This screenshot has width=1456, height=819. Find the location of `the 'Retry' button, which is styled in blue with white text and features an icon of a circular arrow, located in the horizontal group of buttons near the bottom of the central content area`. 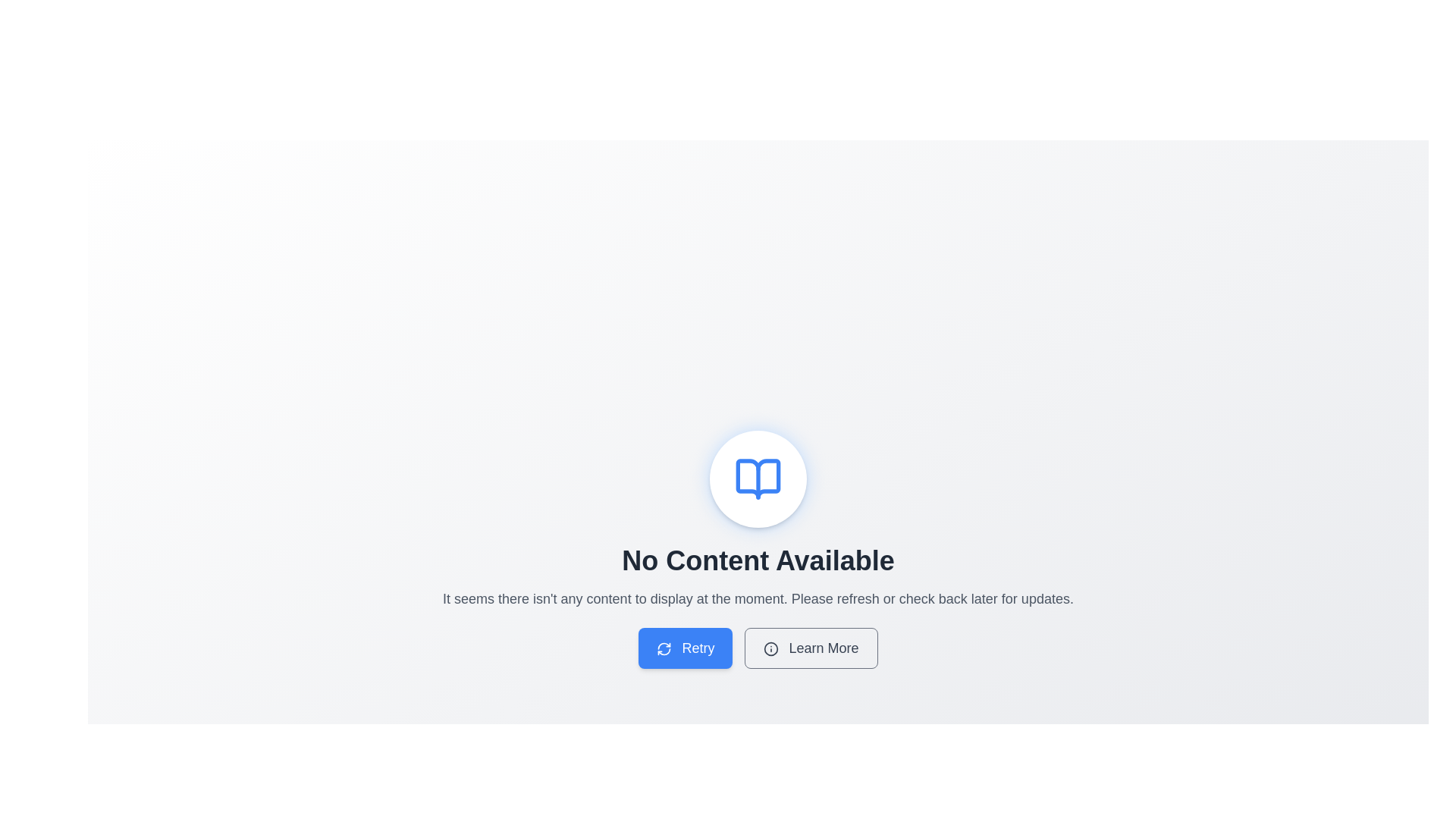

the 'Retry' button, which is styled in blue with white text and features an icon of a circular arrow, located in the horizontal group of buttons near the bottom of the central content area is located at coordinates (758, 648).